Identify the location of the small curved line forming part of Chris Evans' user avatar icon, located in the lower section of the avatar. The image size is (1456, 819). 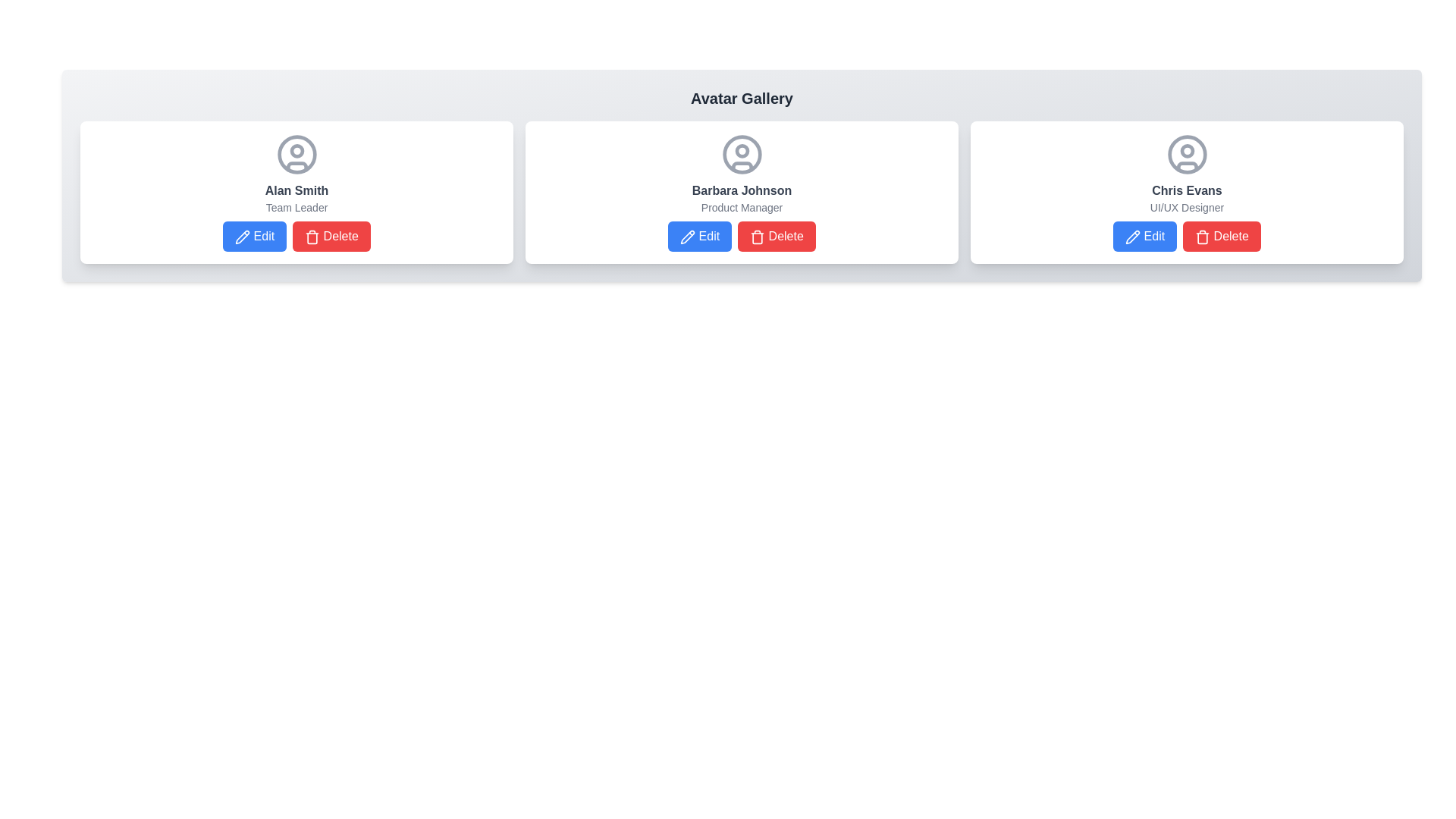
(1186, 166).